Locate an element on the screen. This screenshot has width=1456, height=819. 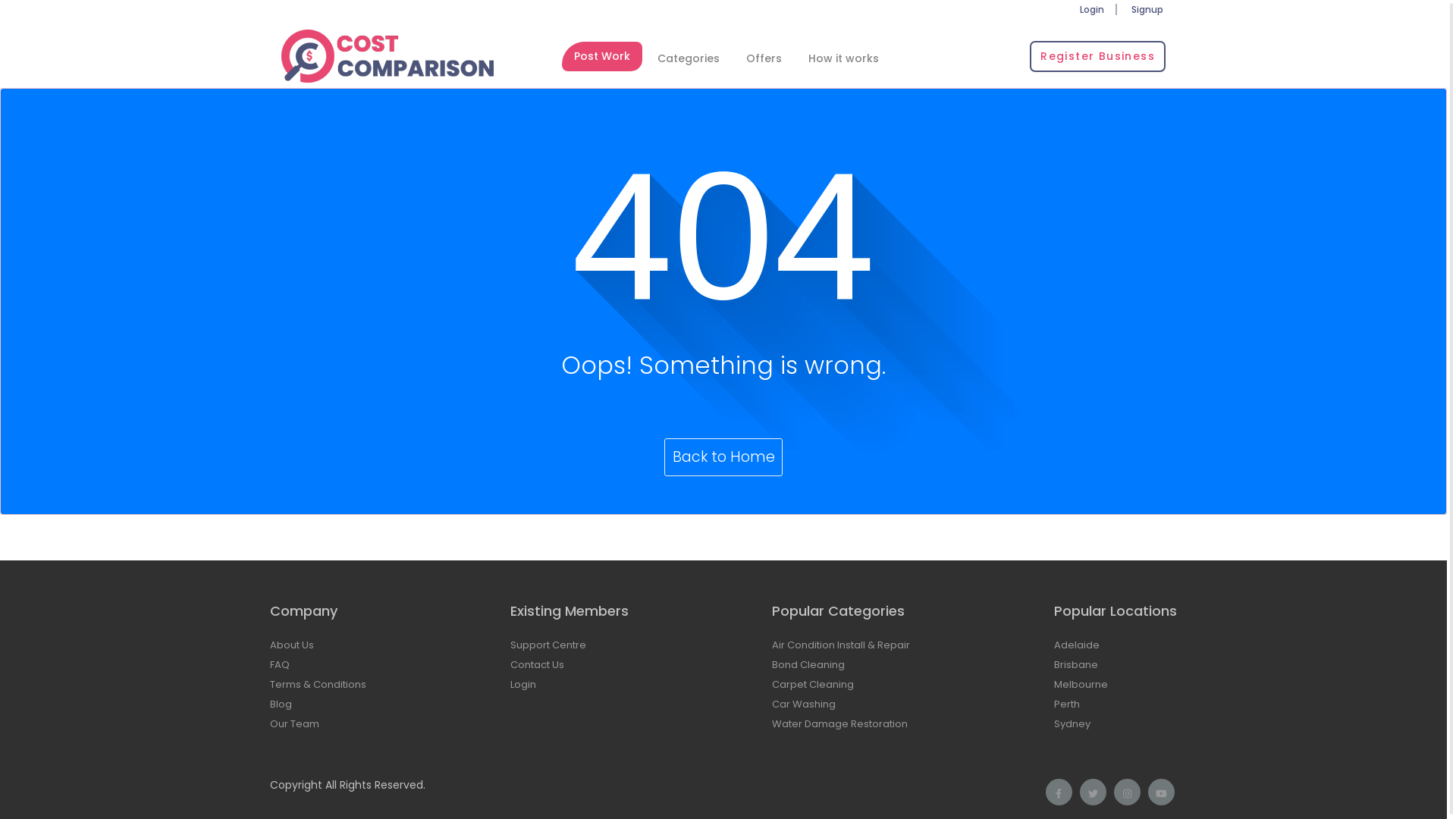
'Login' is located at coordinates (1092, 9).